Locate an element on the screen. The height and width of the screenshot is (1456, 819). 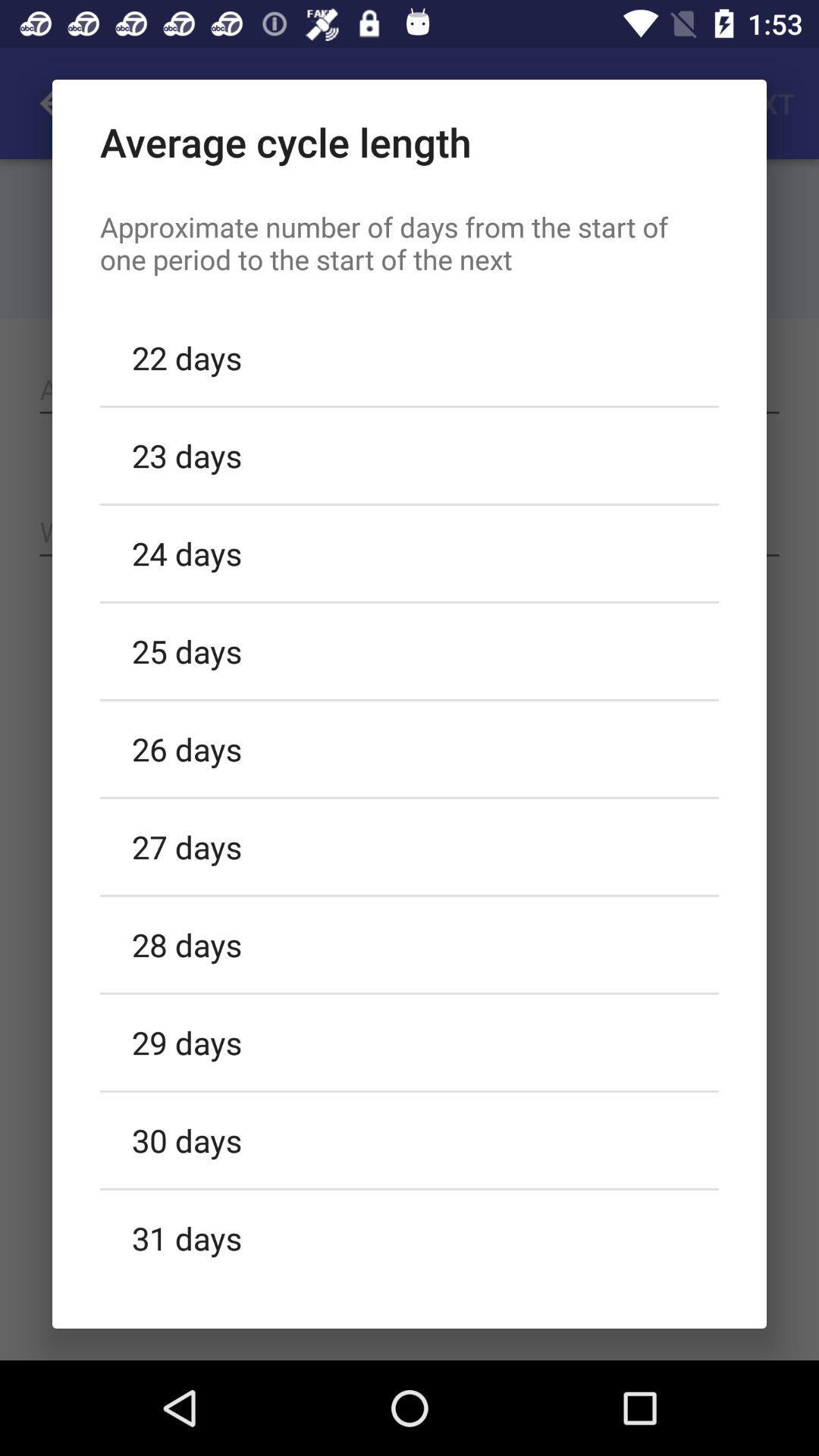
the icon above 31 days icon is located at coordinates (409, 1140).